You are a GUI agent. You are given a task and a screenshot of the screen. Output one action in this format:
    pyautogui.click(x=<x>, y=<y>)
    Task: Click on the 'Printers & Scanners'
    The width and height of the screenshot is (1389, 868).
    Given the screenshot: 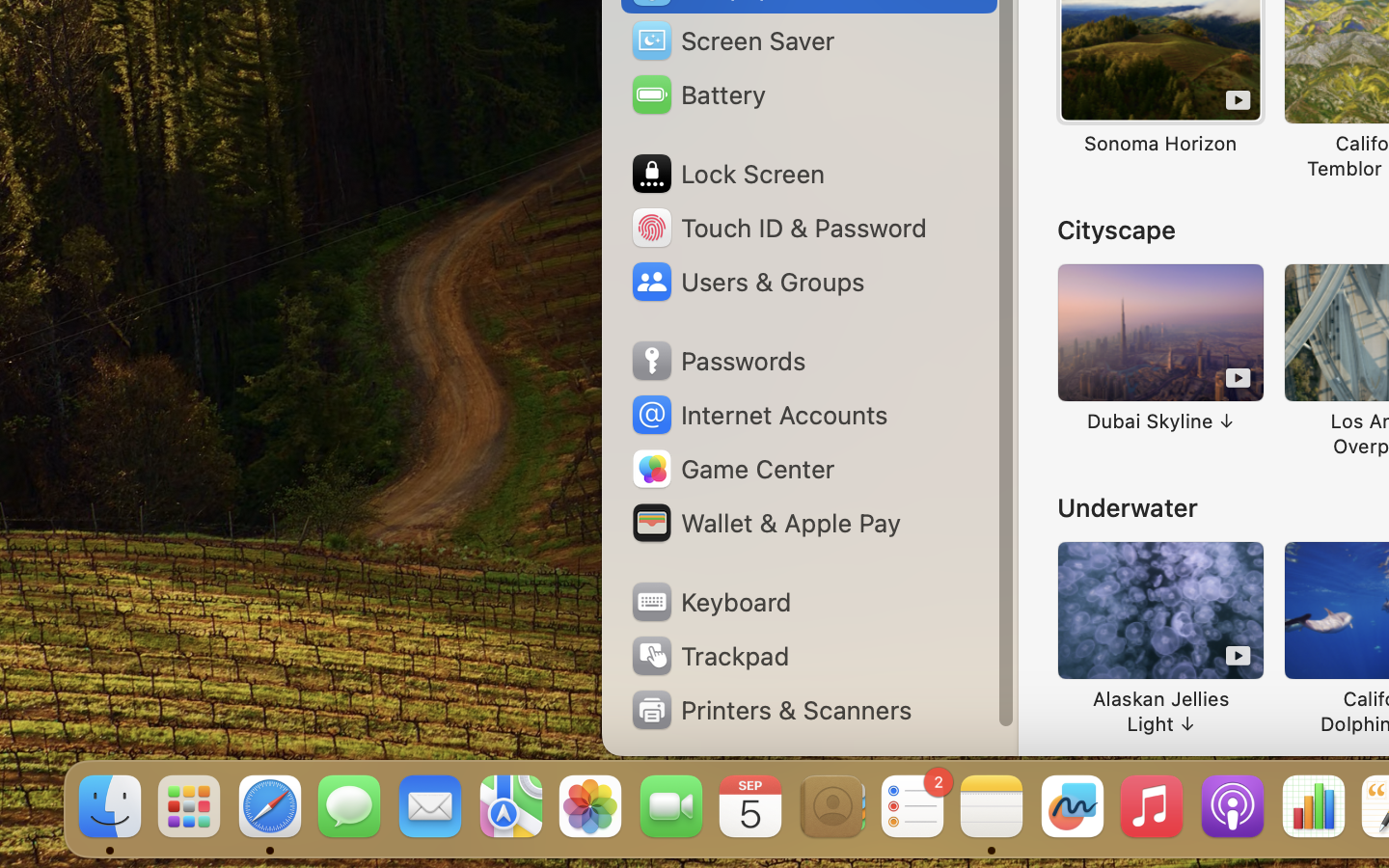 What is the action you would take?
    pyautogui.click(x=771, y=709)
    